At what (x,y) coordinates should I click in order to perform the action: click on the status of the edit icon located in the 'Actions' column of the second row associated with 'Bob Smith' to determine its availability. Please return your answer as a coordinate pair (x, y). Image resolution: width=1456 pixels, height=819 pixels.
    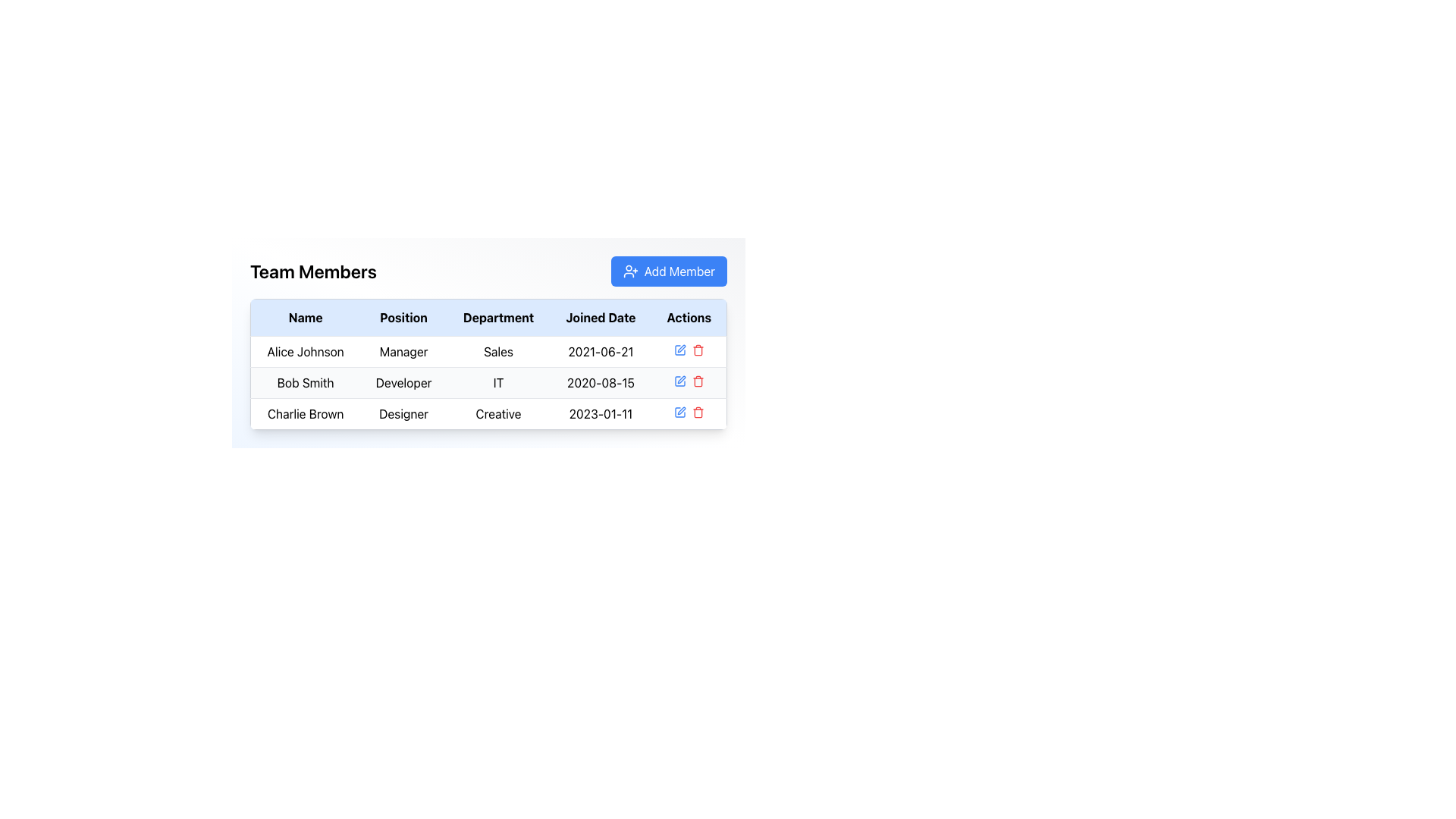
    Looking at the image, I should click on (680, 379).